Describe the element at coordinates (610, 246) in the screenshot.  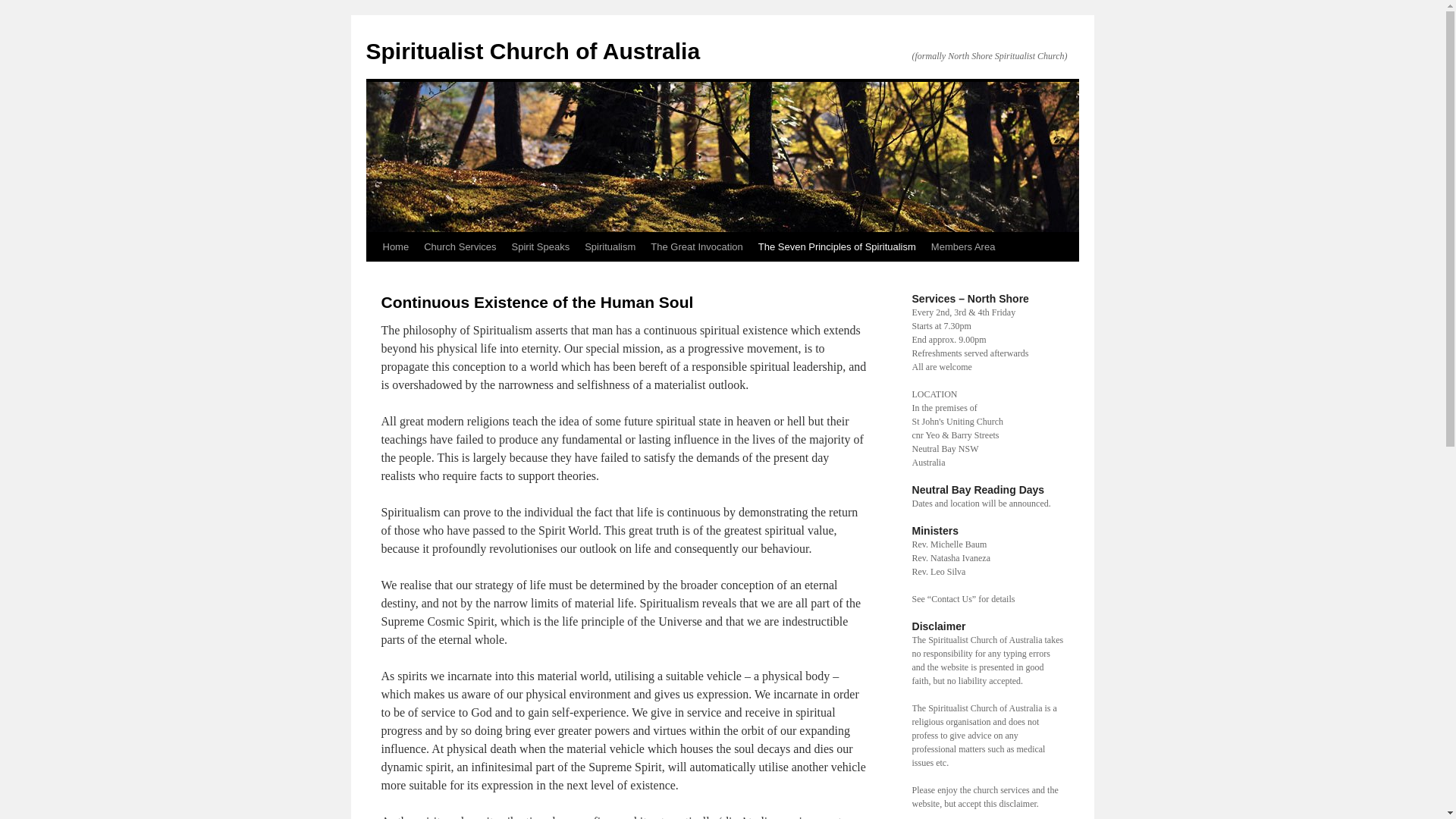
I see `'Spiritualism'` at that location.